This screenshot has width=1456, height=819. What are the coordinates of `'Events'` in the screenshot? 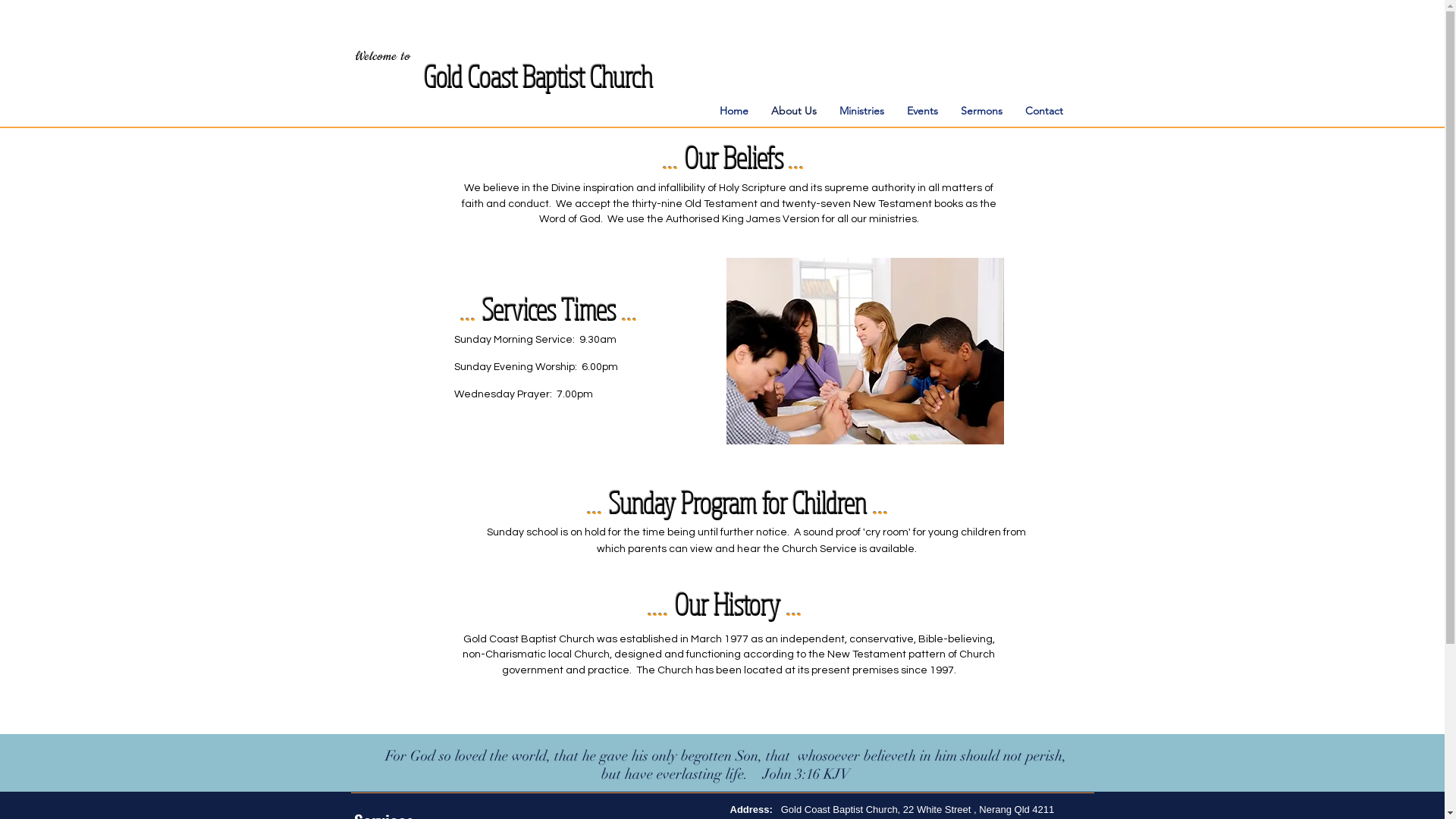 It's located at (921, 110).